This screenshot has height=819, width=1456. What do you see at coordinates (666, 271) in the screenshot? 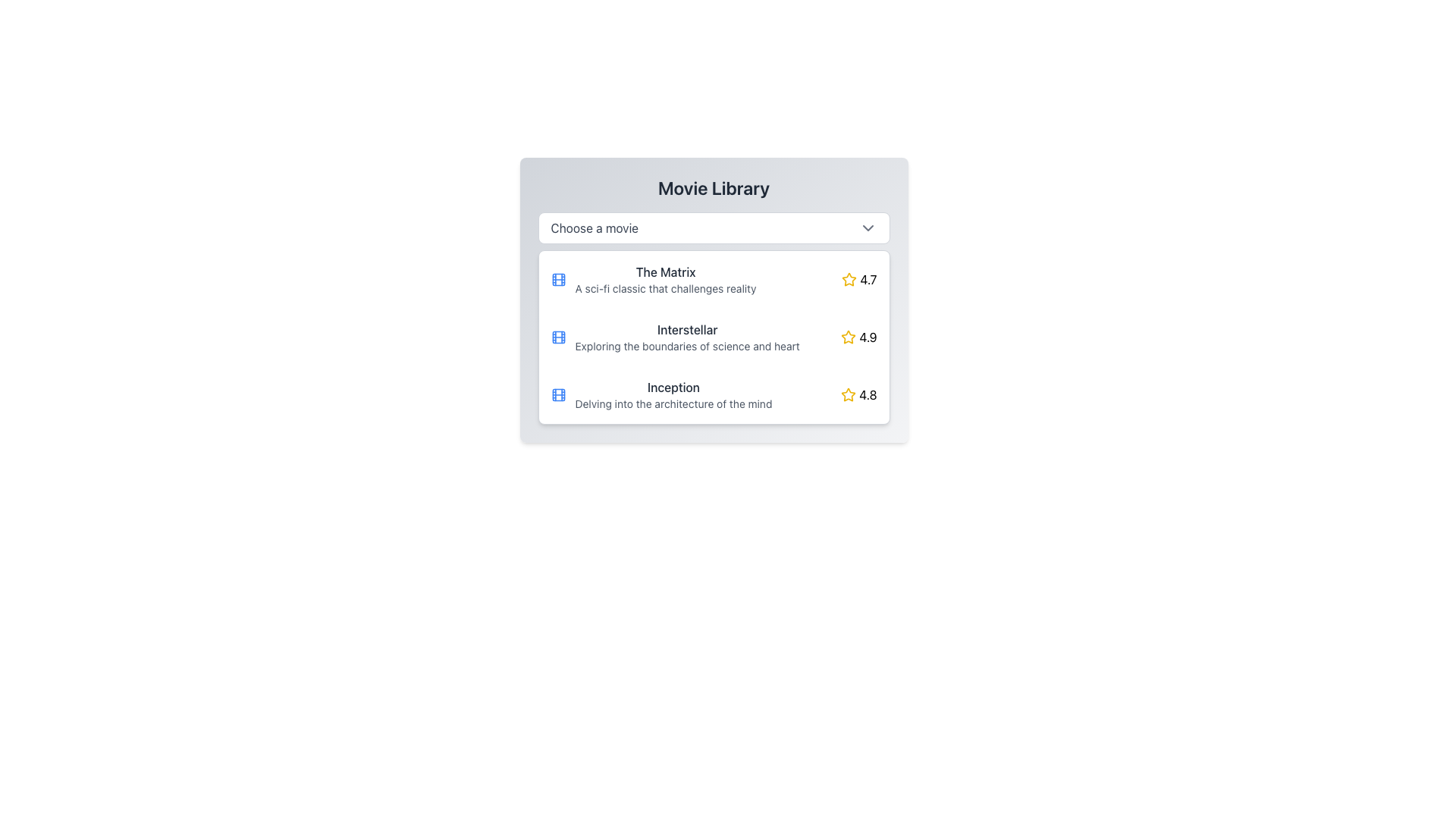
I see `text label 'The Matrix' located in the movie selection area, positioned above its description` at bounding box center [666, 271].